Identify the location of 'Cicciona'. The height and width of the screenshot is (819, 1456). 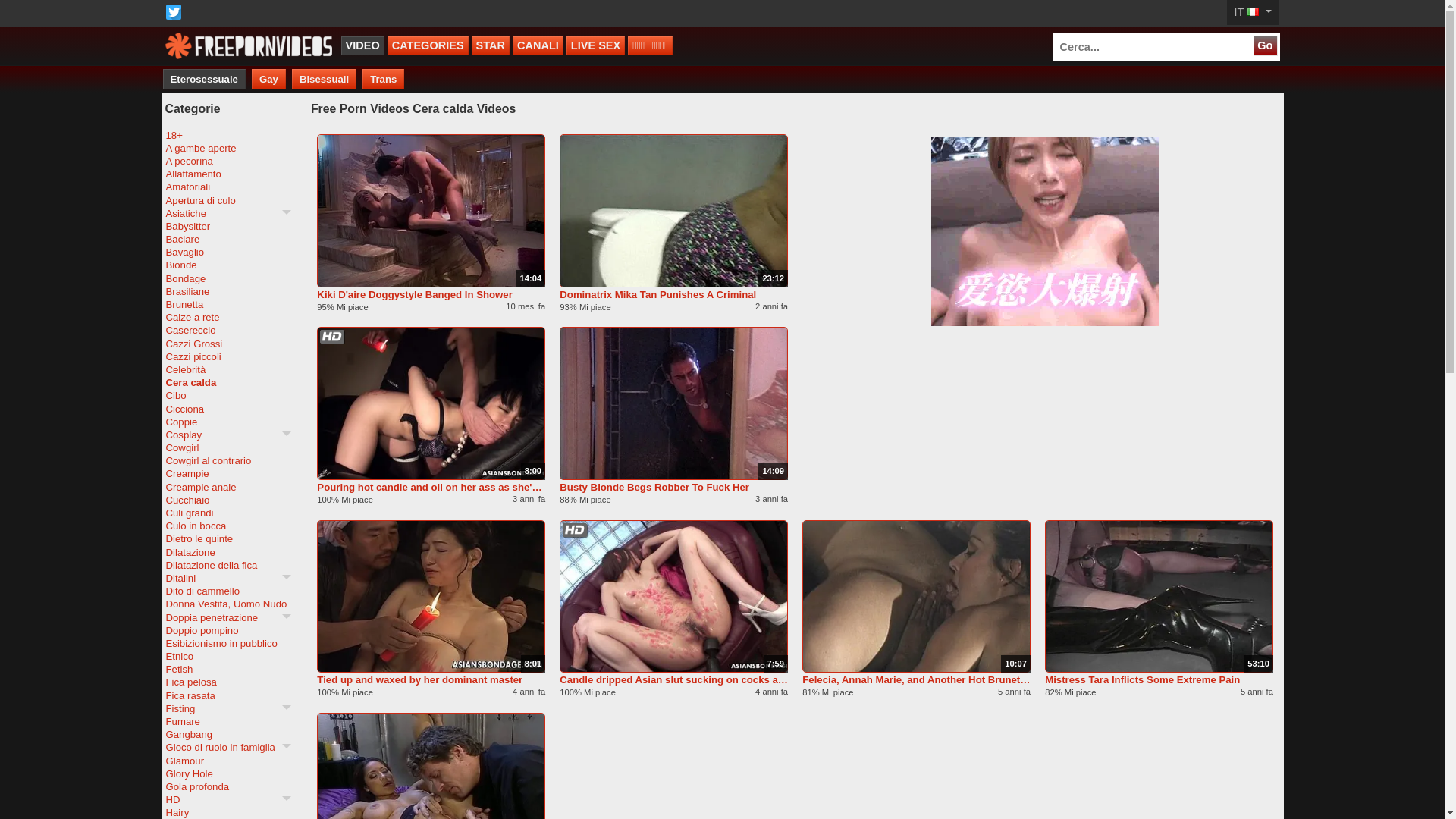
(227, 407).